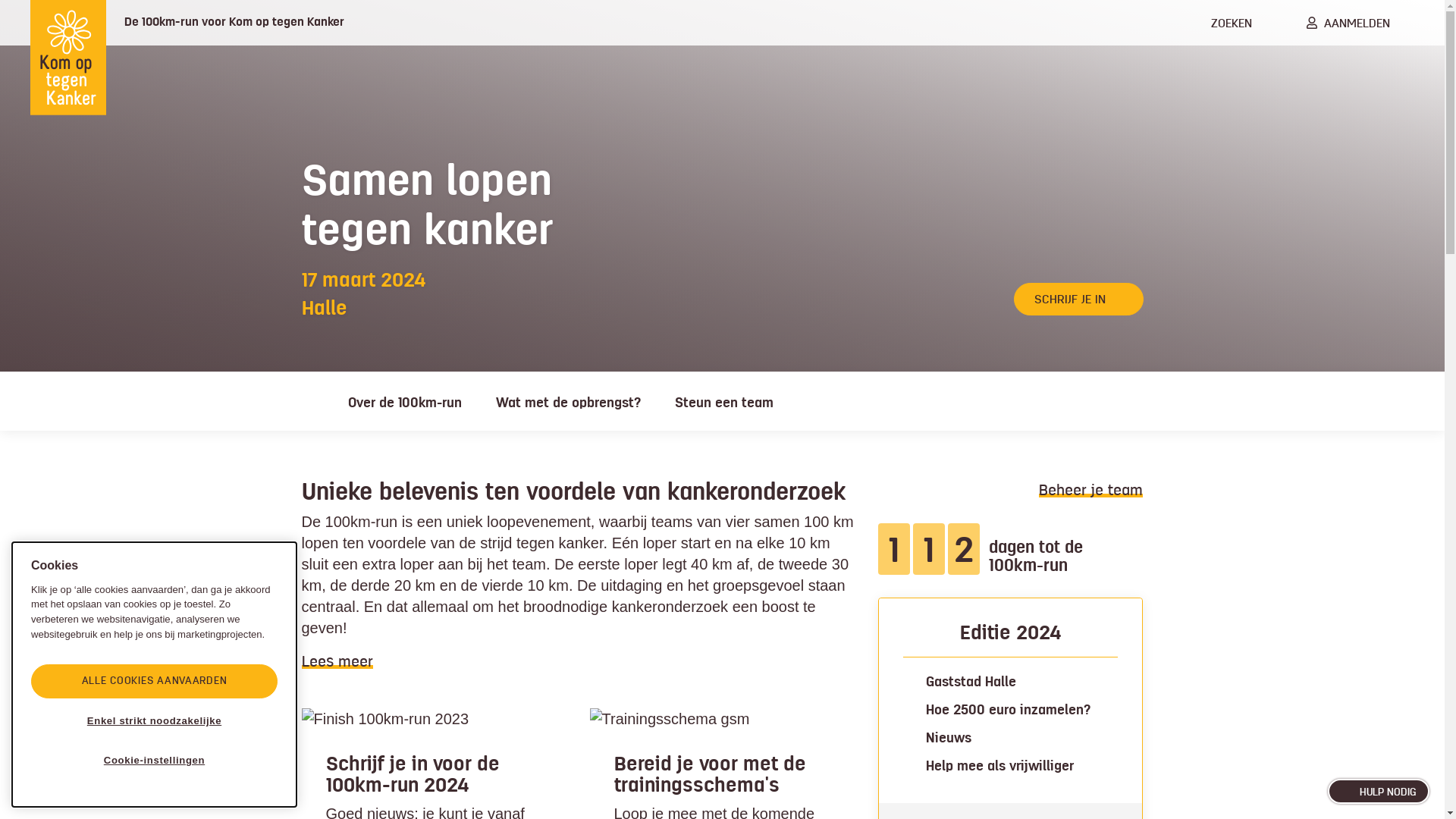  I want to click on 'Enkel strikt noodzakelijke', so click(154, 720).